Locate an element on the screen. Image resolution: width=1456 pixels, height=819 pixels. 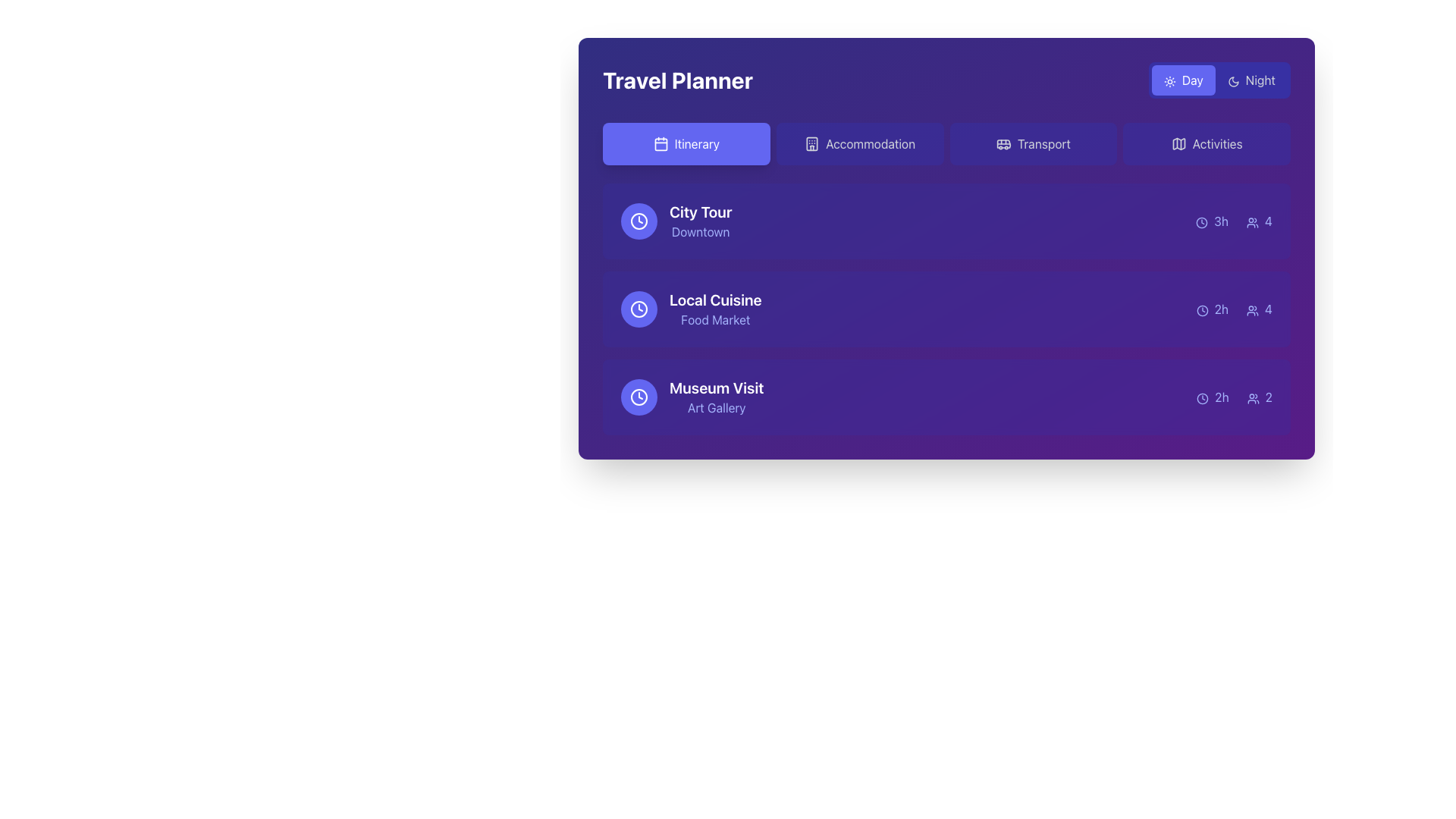
the Duration indicator element that features a clock icon and the text '3h', located to the left of the user count icon and text '4' within the travel planner interface under the 'Itinerary' tab is located at coordinates (1211, 221).